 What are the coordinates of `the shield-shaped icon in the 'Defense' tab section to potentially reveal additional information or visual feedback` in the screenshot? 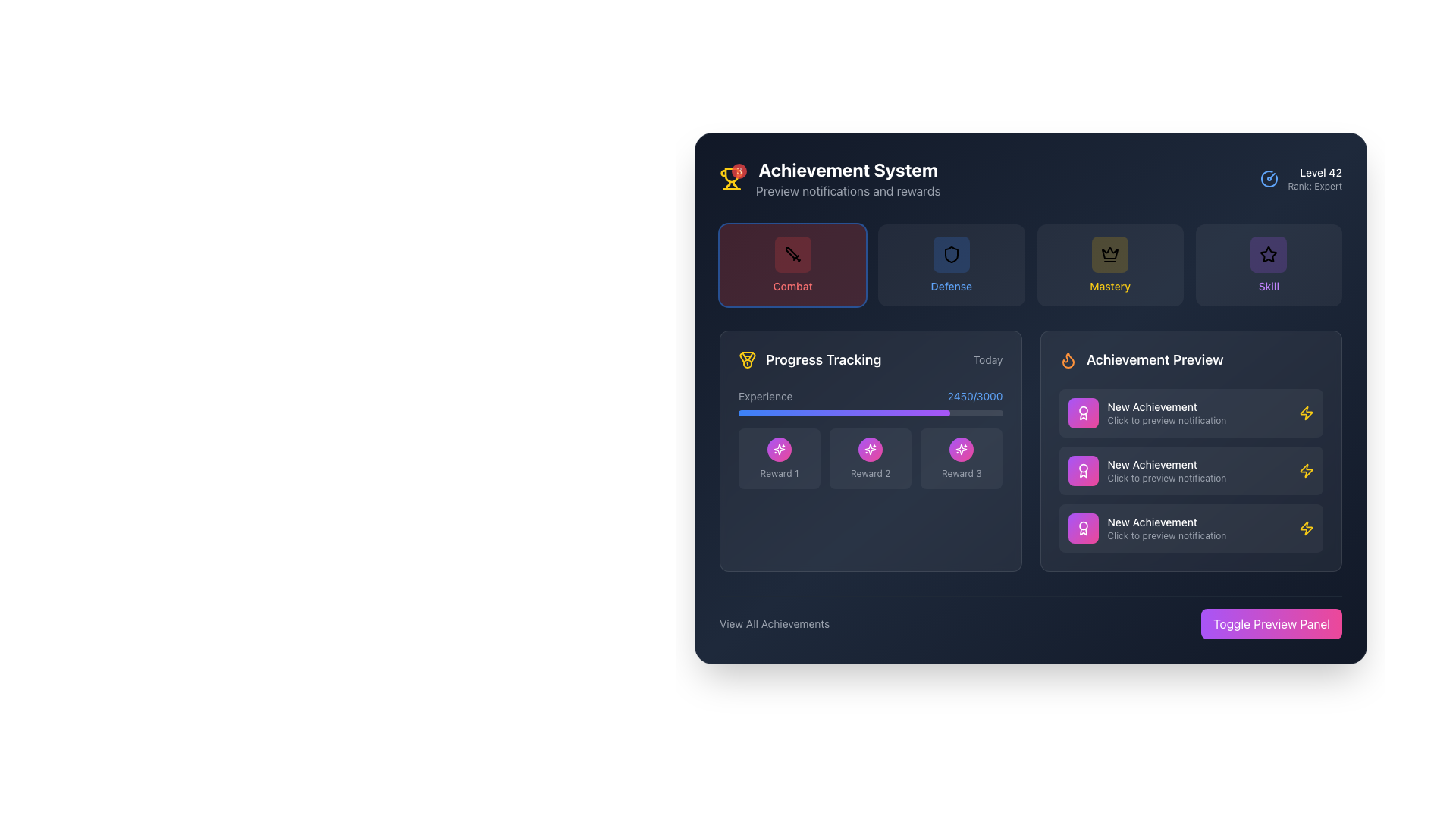 It's located at (950, 253).